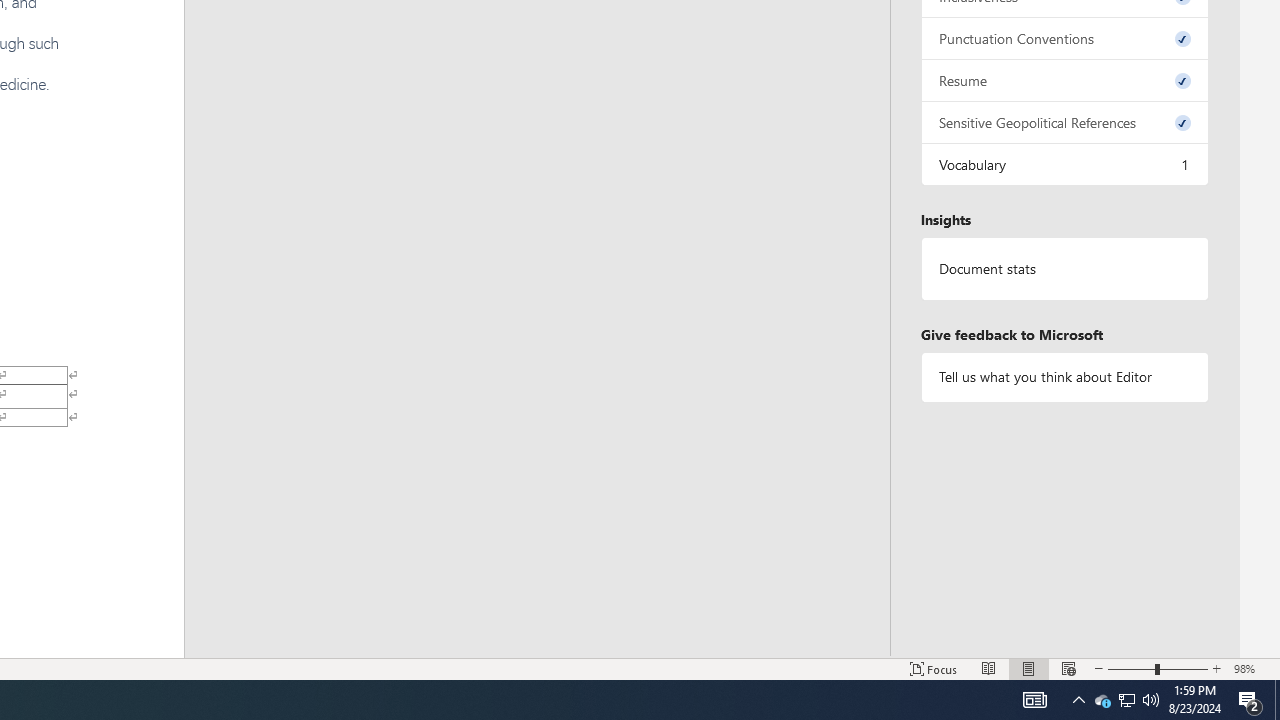  I want to click on 'Print Layout', so click(1029, 669).